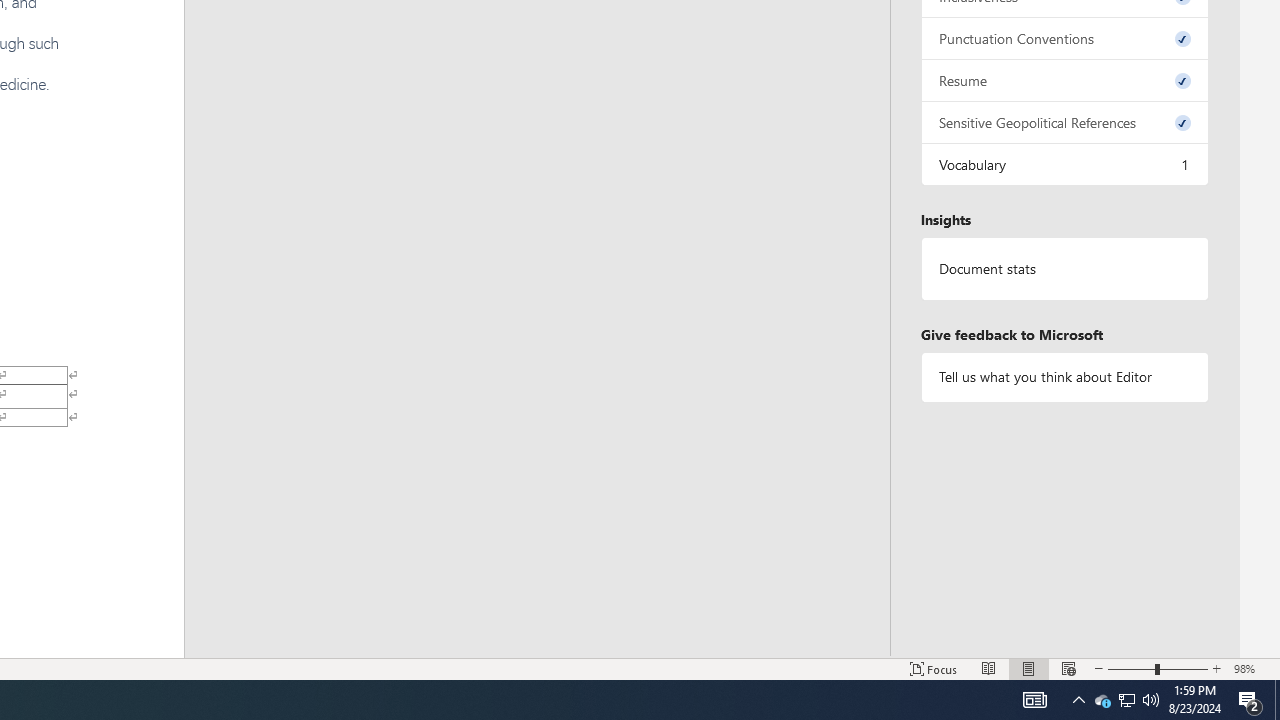  I want to click on 'Print Layout', so click(1029, 669).